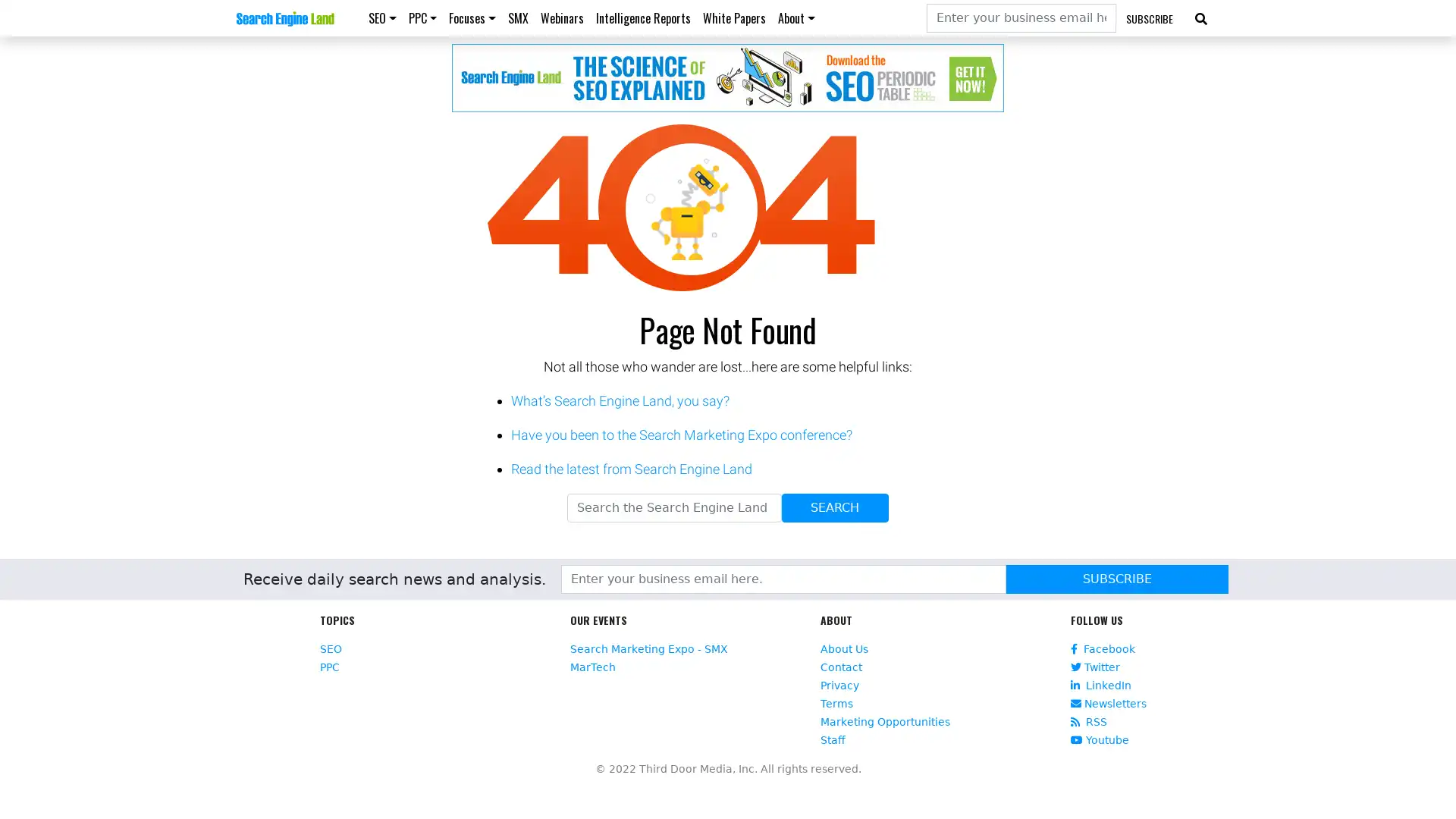 The image size is (1456, 819). What do you see at coordinates (1116, 579) in the screenshot?
I see `SUBSCRIBE` at bounding box center [1116, 579].